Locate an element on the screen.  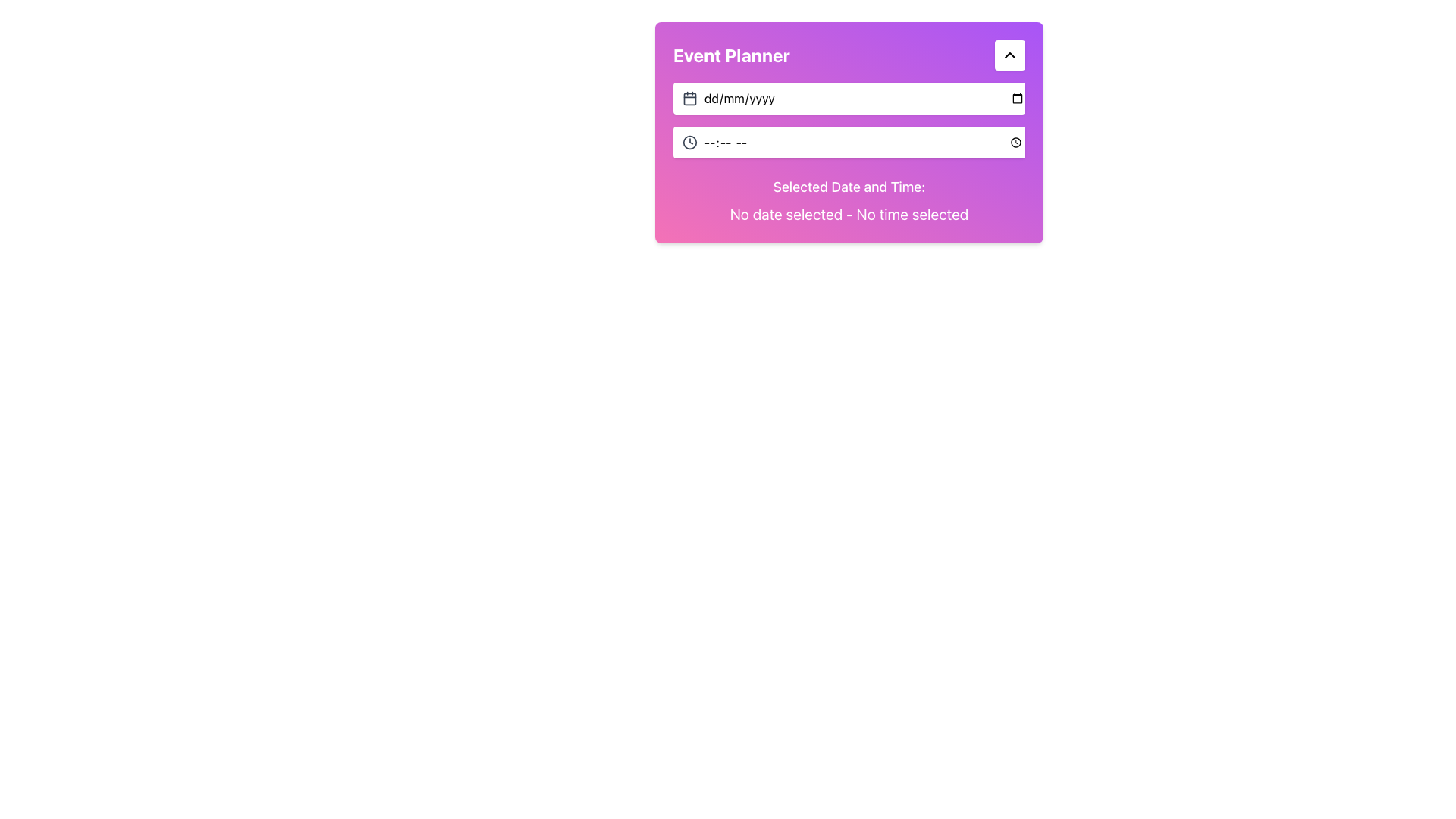
the small upward-pointing chevron icon within the white rounded rectangle located in the top-right corner of the 'Event Planner' card is located at coordinates (1009, 55).